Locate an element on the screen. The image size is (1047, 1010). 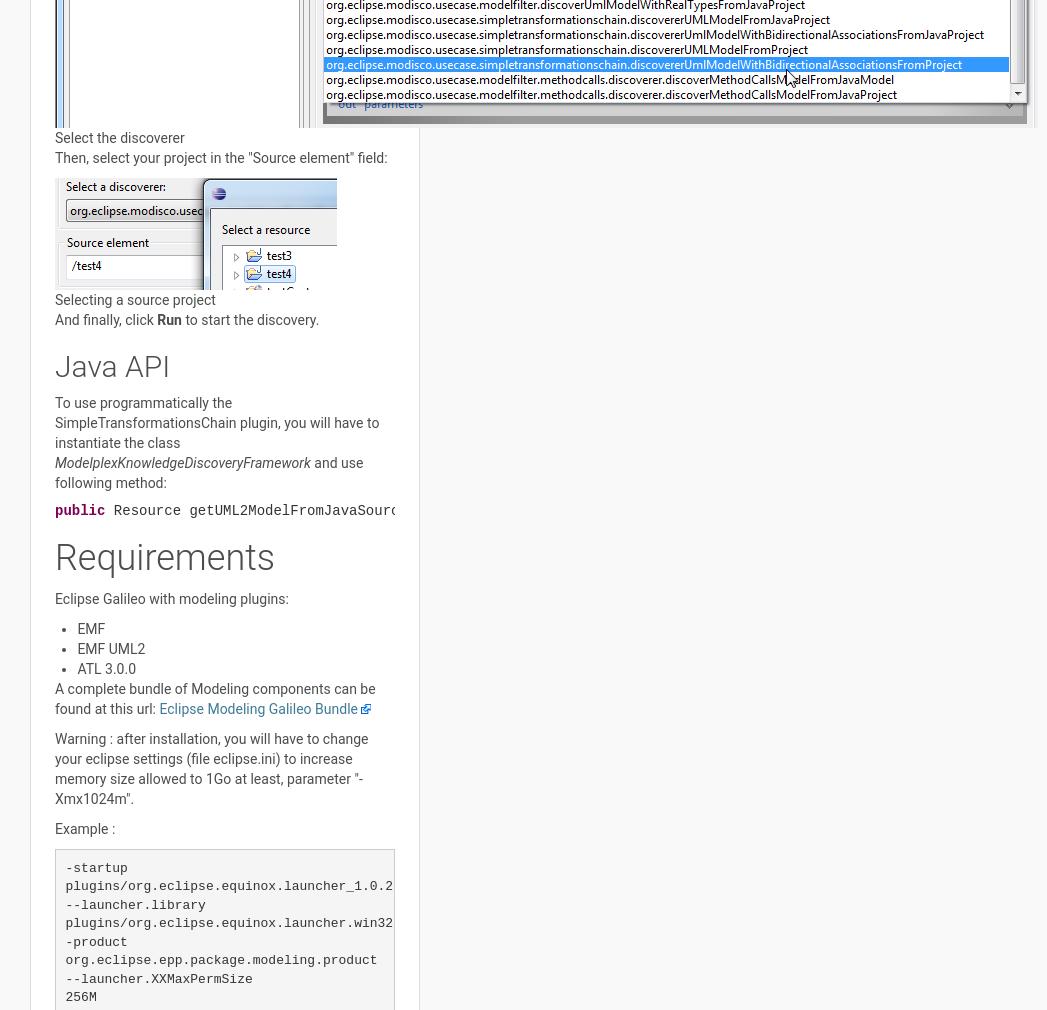
'Eclipse Galileo with modeling plugins:' is located at coordinates (171, 598).